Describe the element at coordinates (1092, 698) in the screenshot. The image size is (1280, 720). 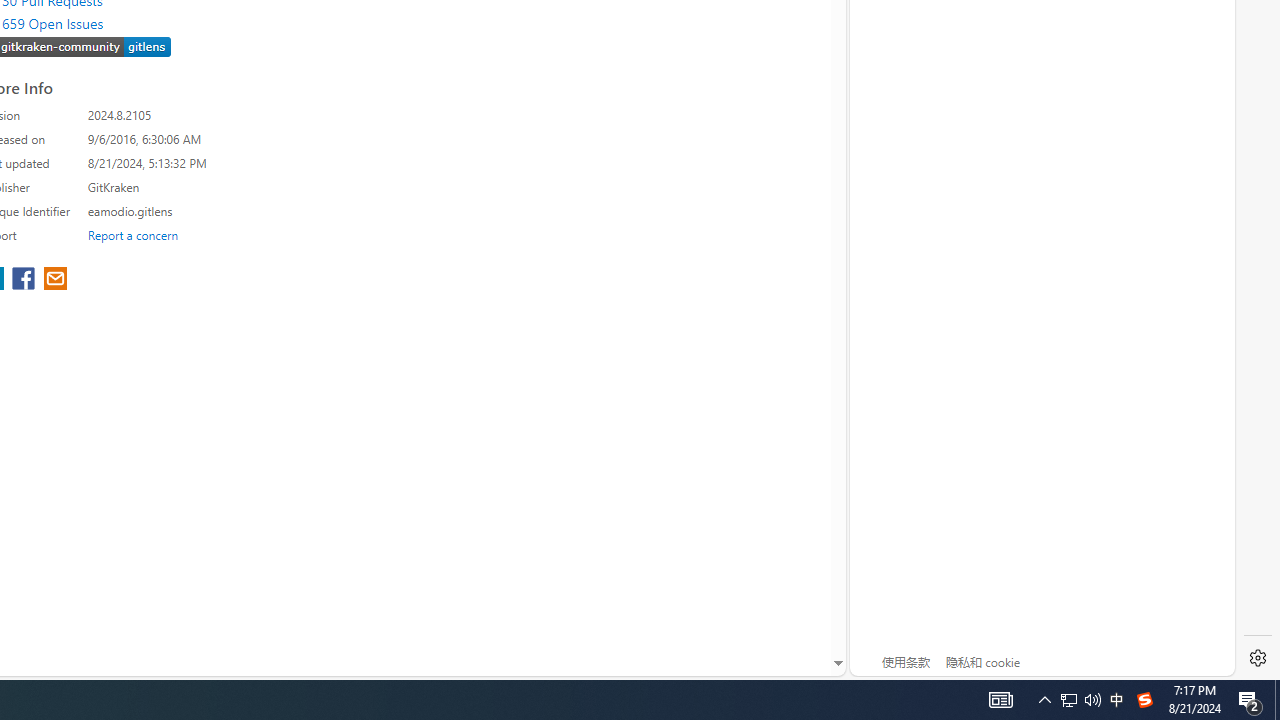
I see `'Q2790: 100%'` at that location.